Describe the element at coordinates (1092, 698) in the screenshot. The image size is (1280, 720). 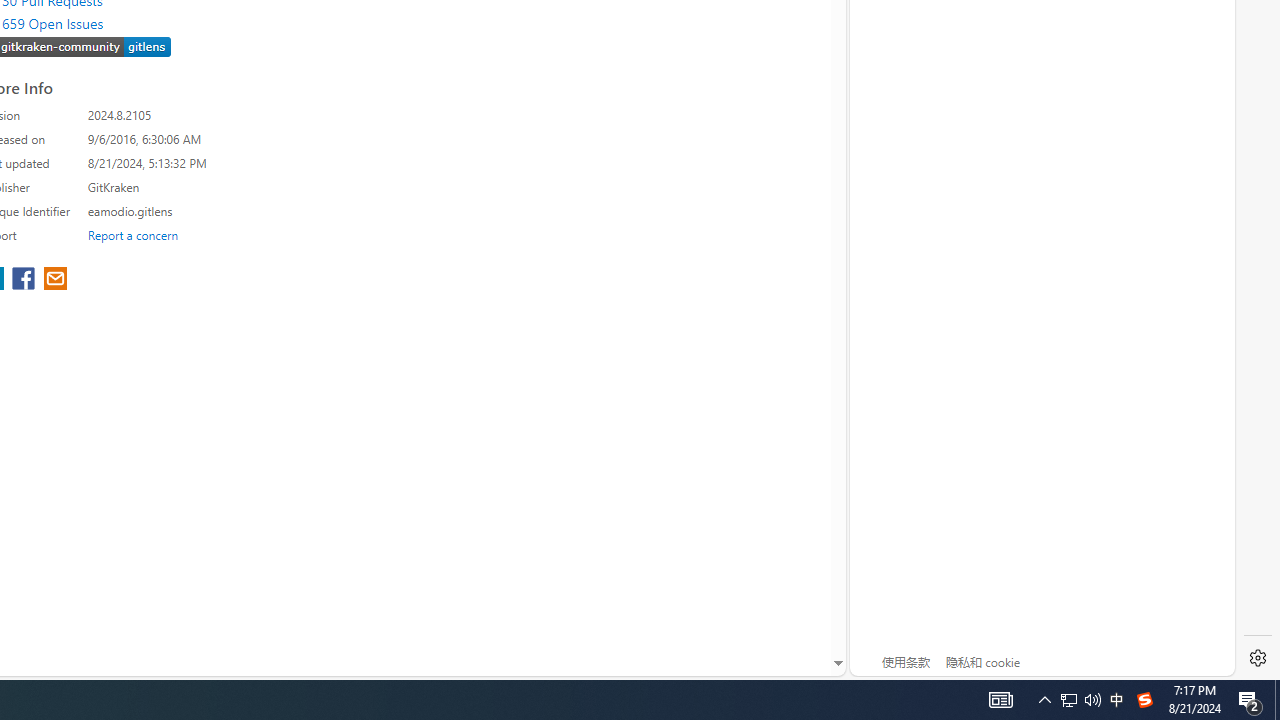
I see `'Q2790: 100%'` at that location.